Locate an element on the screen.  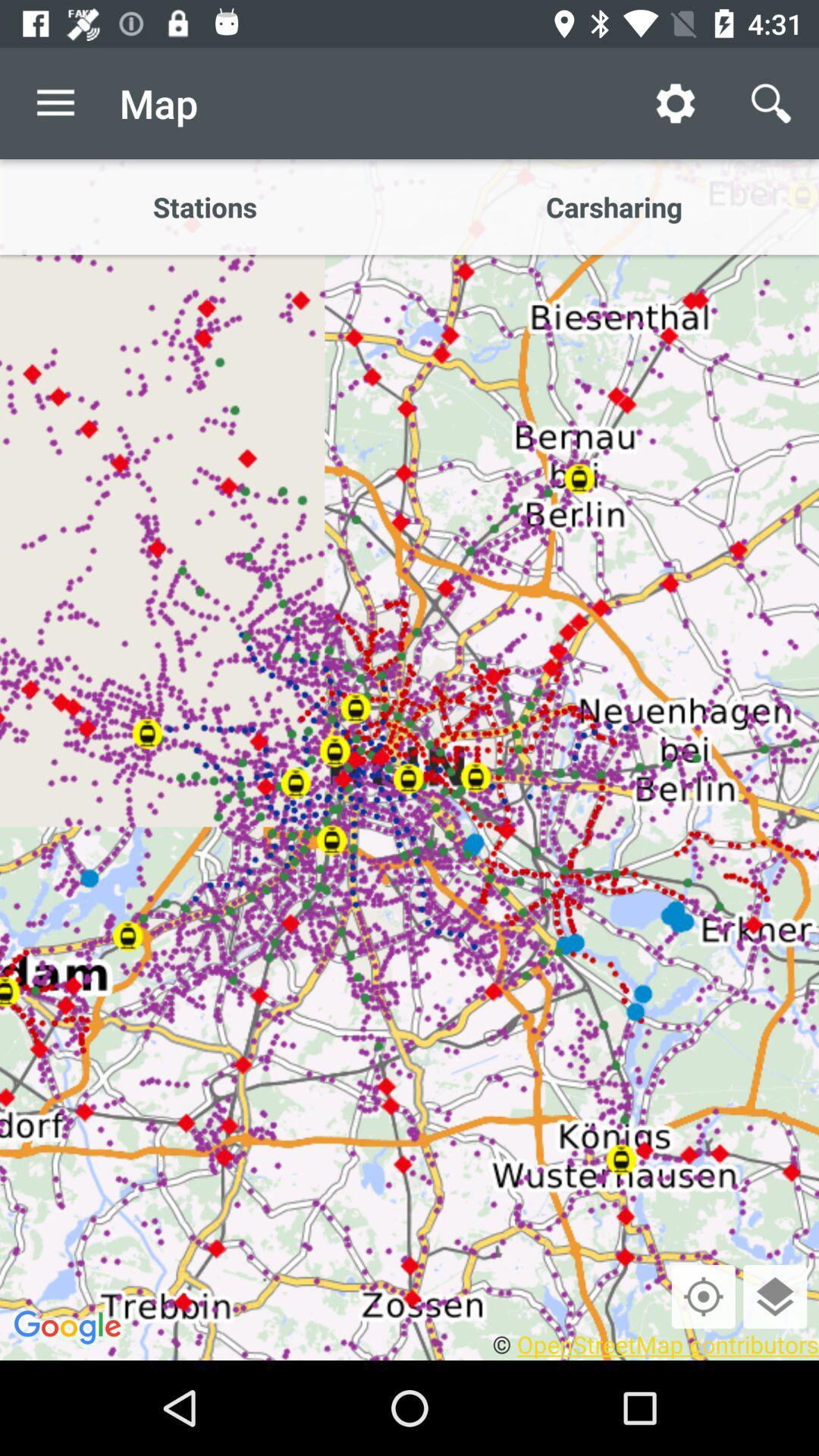
my location is located at coordinates (703, 1295).